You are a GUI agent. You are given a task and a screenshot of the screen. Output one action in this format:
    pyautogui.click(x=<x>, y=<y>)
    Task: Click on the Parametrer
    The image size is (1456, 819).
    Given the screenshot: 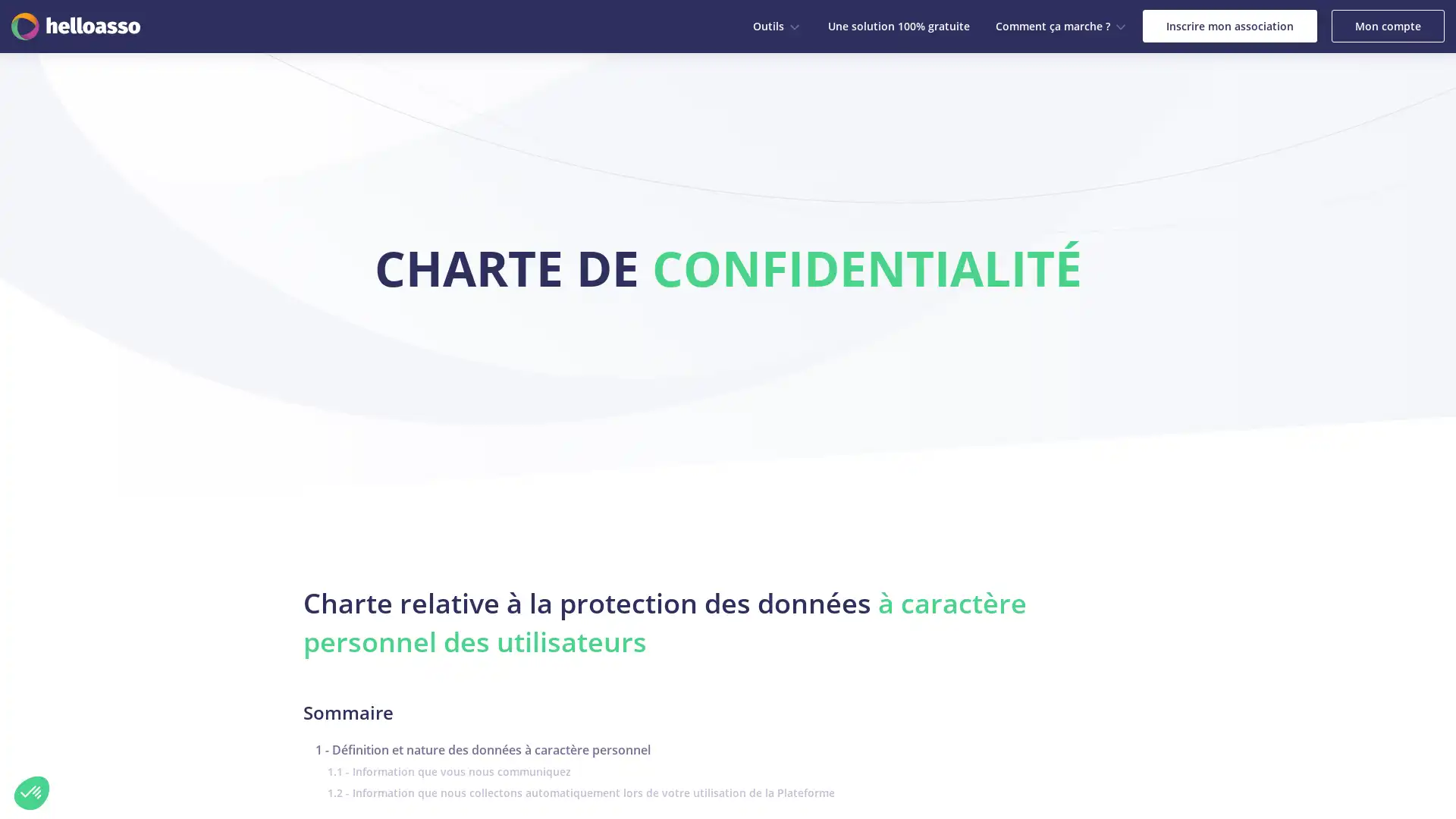 What is the action you would take?
    pyautogui.click(x=174, y=742)
    